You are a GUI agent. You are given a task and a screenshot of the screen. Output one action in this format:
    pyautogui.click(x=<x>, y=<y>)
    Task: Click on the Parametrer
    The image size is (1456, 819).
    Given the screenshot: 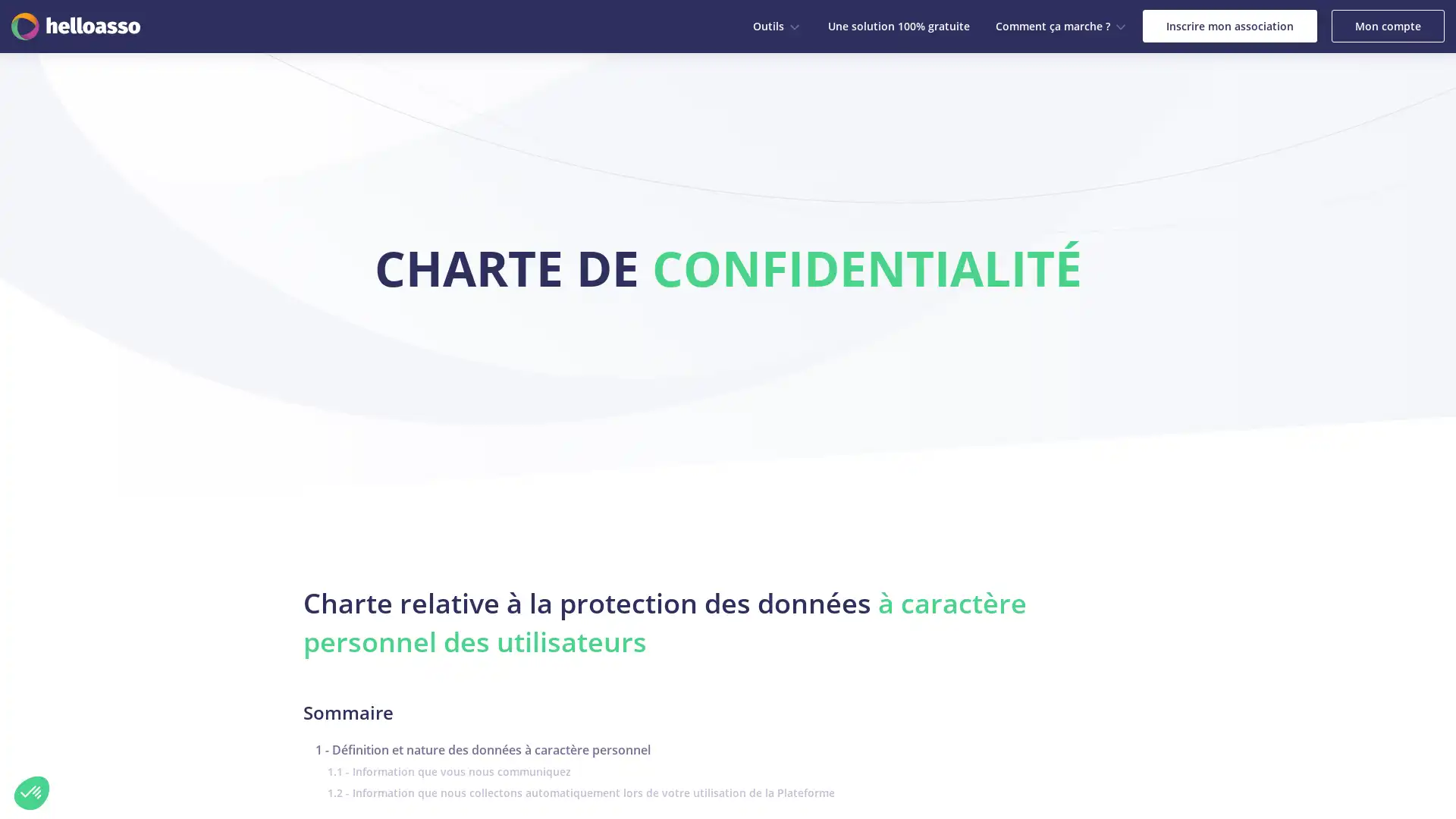 What is the action you would take?
    pyautogui.click(x=174, y=742)
    